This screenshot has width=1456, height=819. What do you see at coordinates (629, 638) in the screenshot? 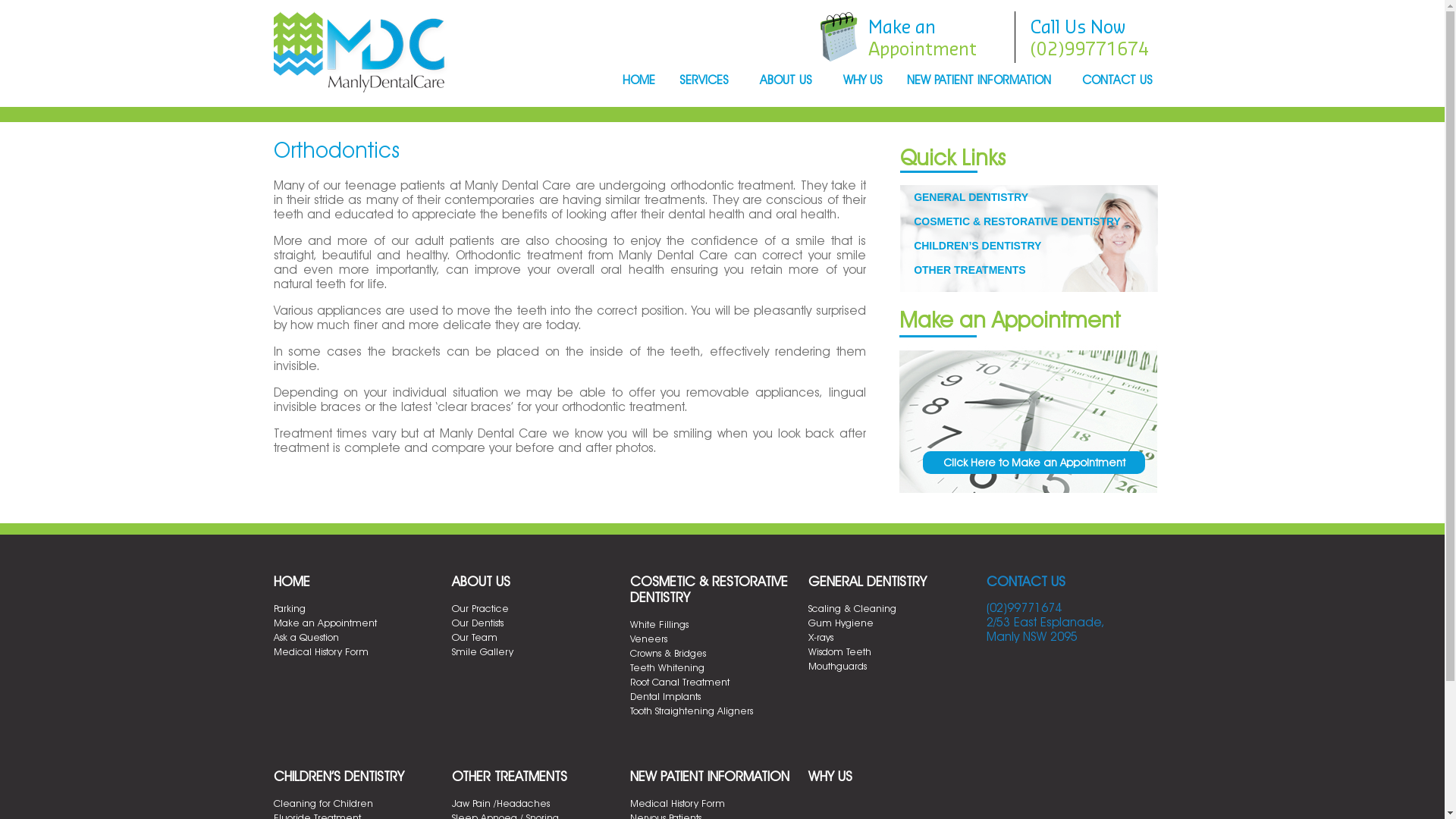
I see `'Veneers'` at bounding box center [629, 638].